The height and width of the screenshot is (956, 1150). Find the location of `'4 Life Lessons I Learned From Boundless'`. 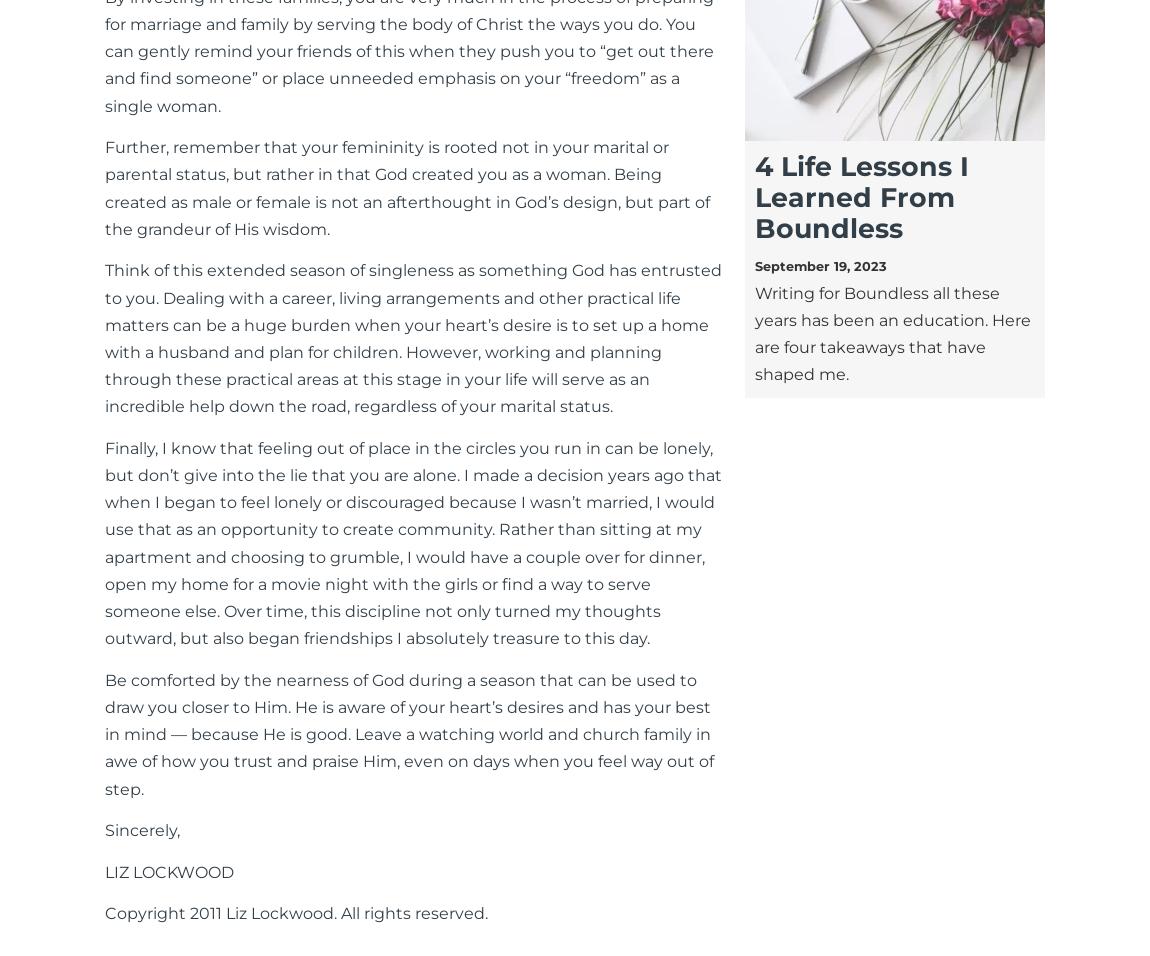

'4 Life Lessons I Learned From Boundless' is located at coordinates (860, 197).